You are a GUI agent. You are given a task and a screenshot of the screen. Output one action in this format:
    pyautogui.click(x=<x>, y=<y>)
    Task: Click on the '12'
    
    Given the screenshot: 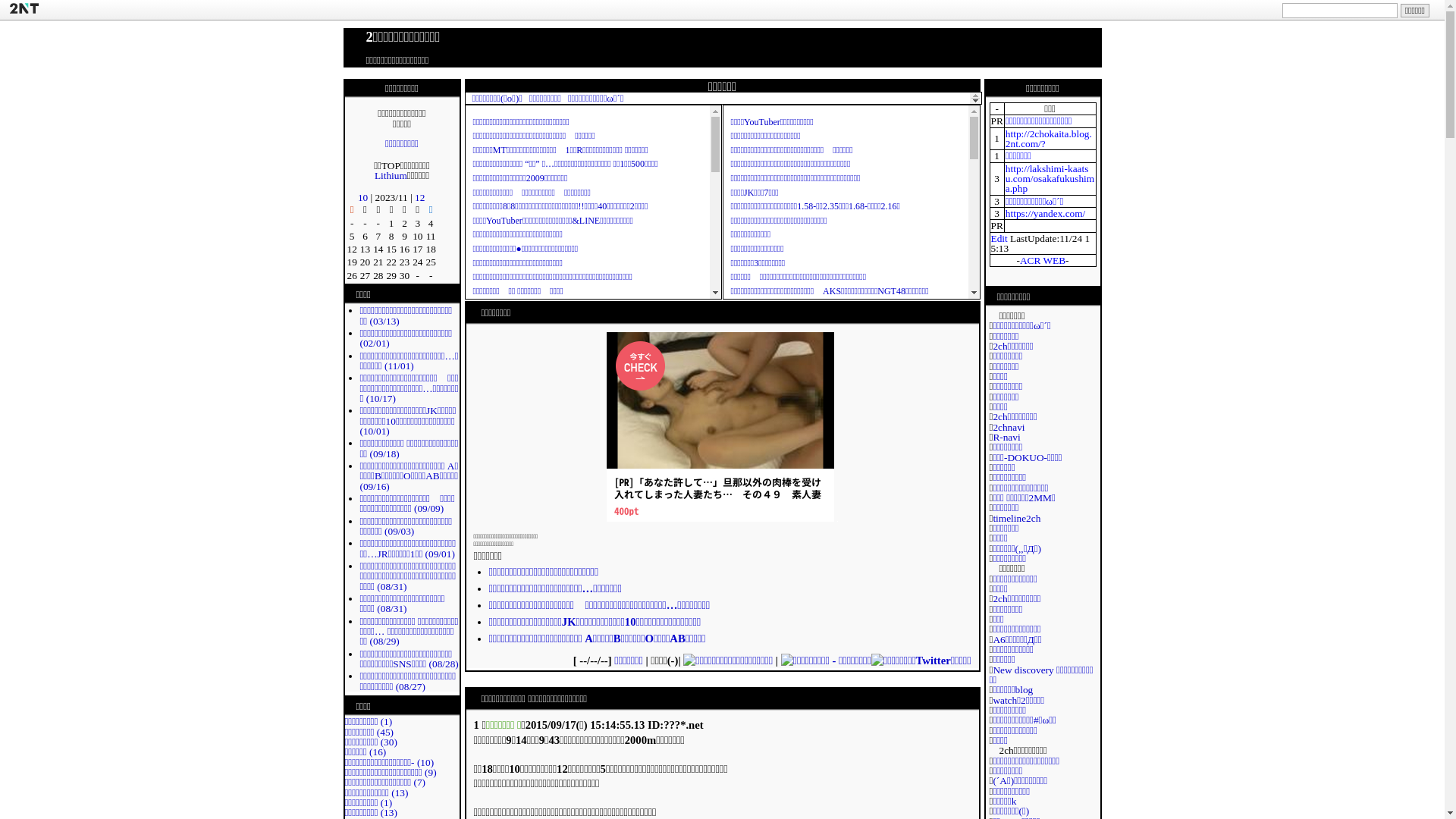 What is the action you would take?
    pyautogui.click(x=415, y=196)
    